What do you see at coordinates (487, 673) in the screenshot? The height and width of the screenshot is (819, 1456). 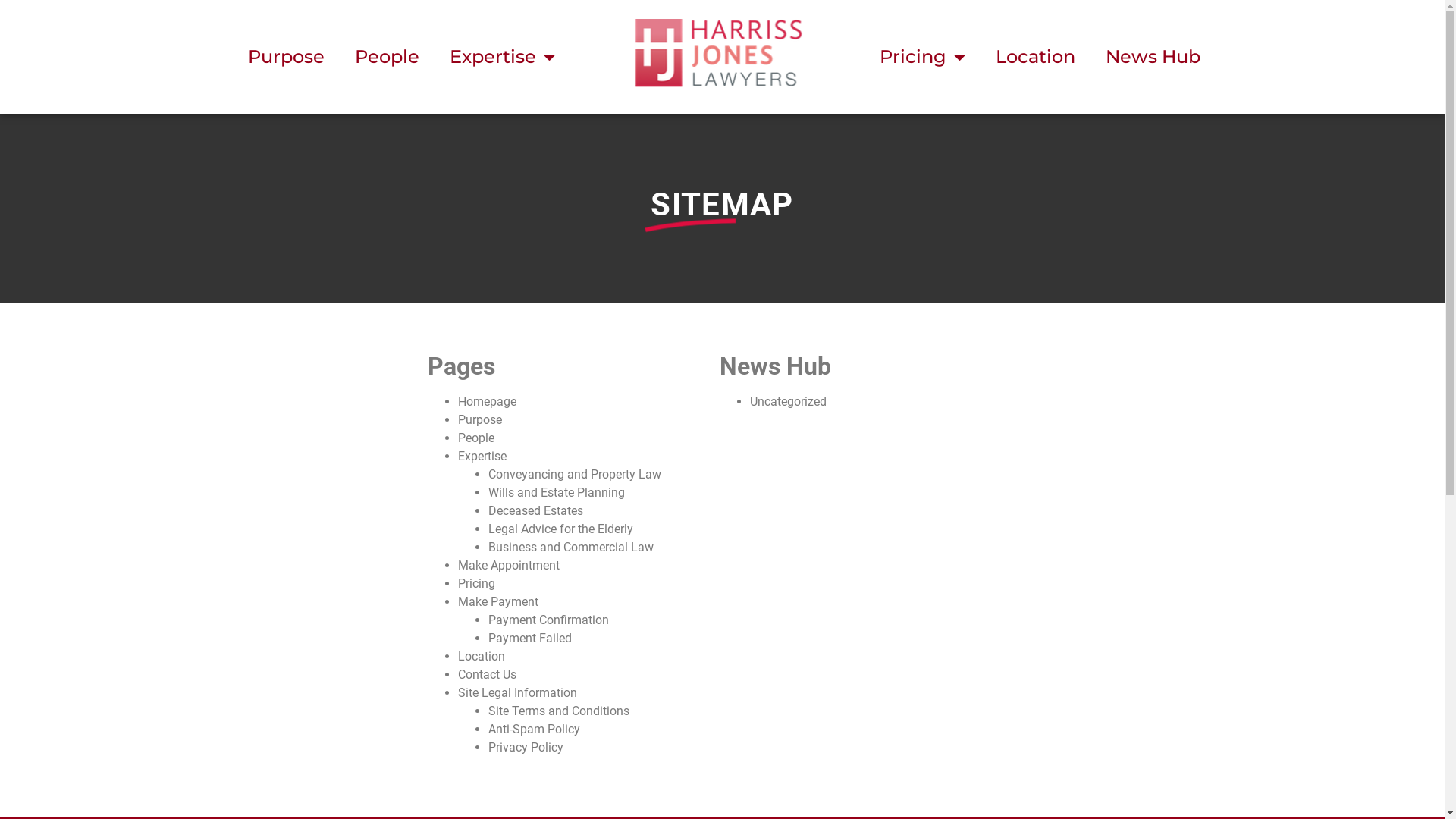 I see `'Contact Us'` at bounding box center [487, 673].